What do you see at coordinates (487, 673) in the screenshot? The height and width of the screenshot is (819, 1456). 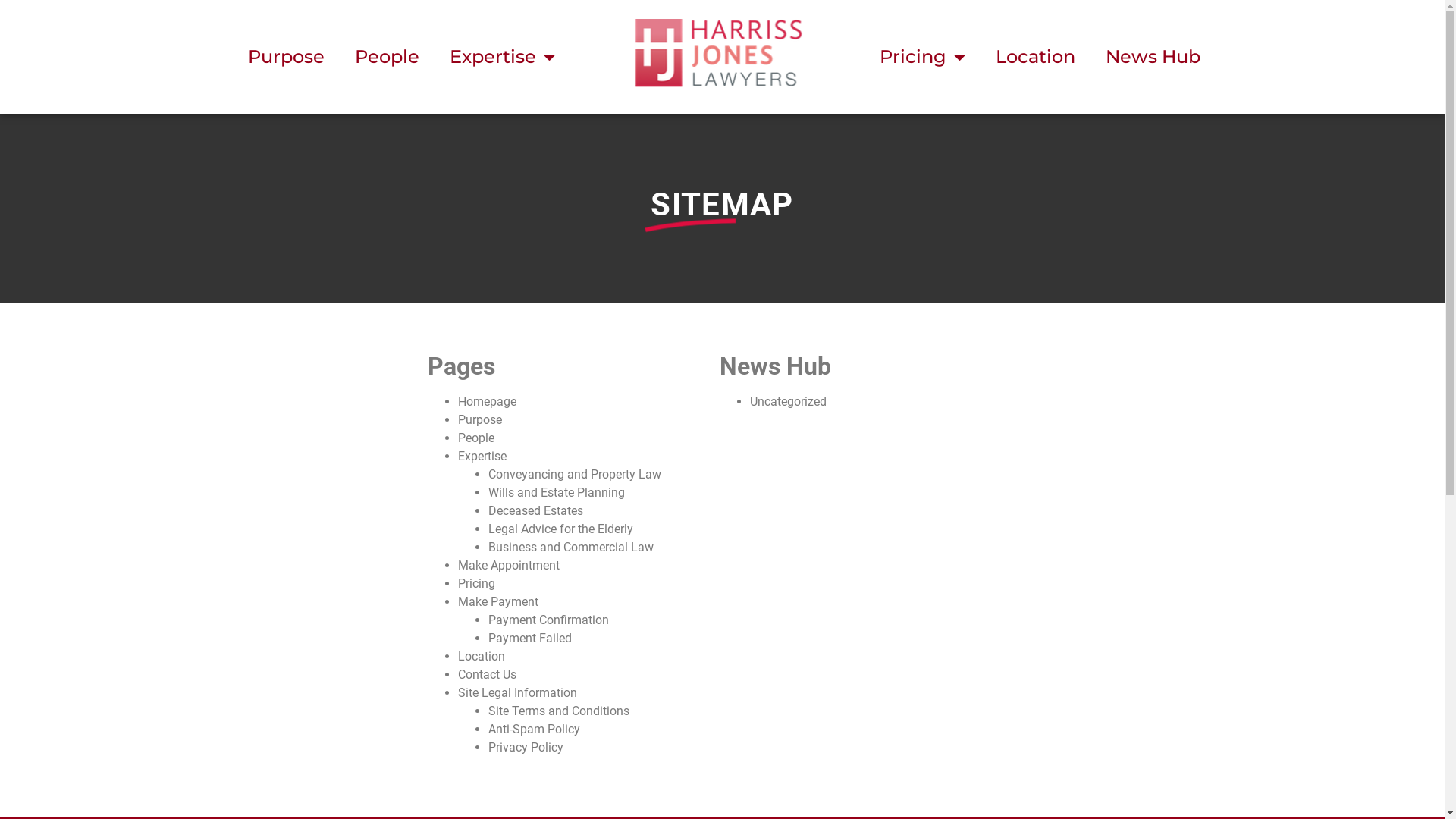 I see `'Contact Us'` at bounding box center [487, 673].